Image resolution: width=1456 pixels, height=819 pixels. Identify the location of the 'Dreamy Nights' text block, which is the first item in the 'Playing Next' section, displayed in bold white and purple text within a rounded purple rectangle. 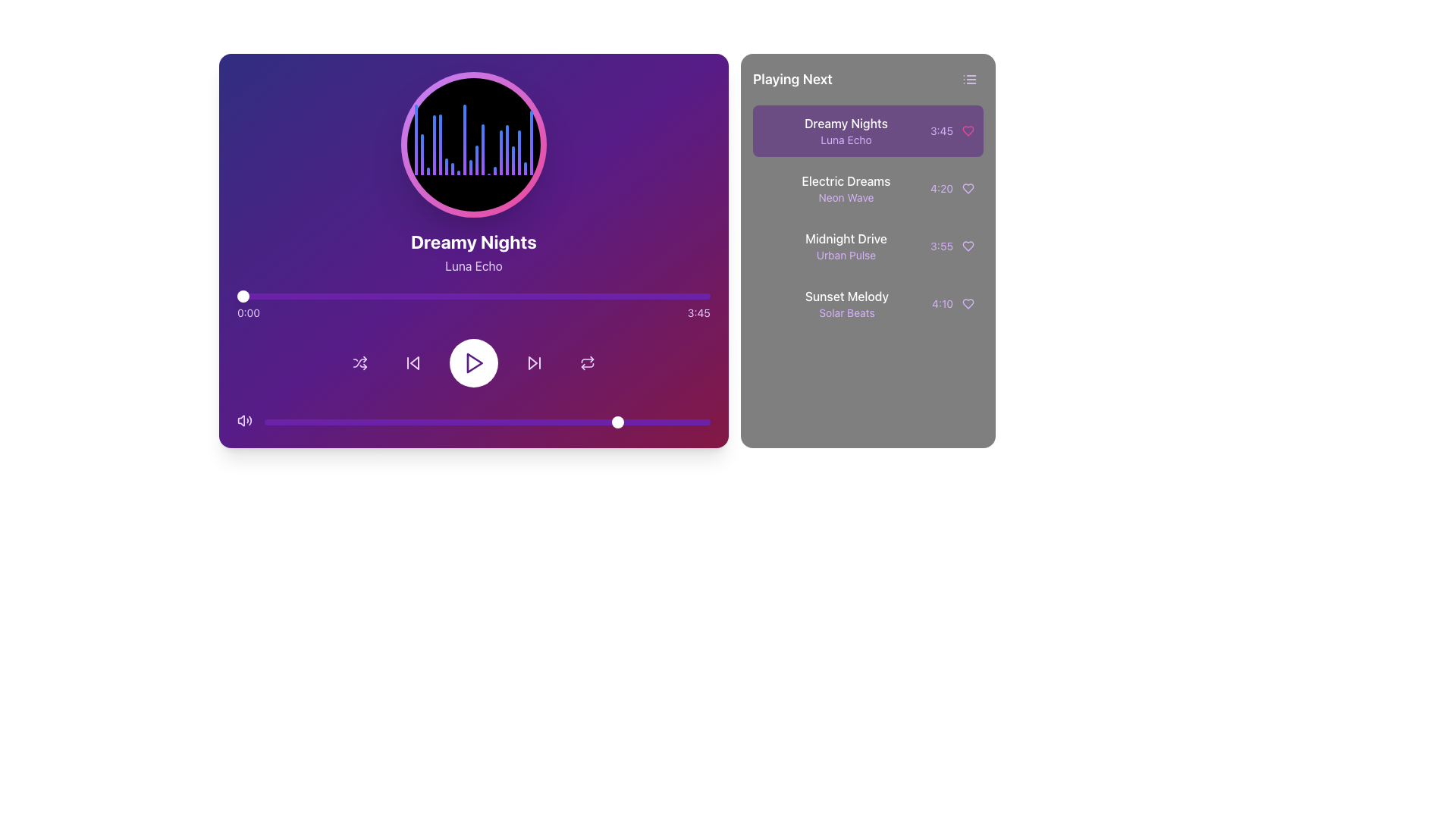
(845, 130).